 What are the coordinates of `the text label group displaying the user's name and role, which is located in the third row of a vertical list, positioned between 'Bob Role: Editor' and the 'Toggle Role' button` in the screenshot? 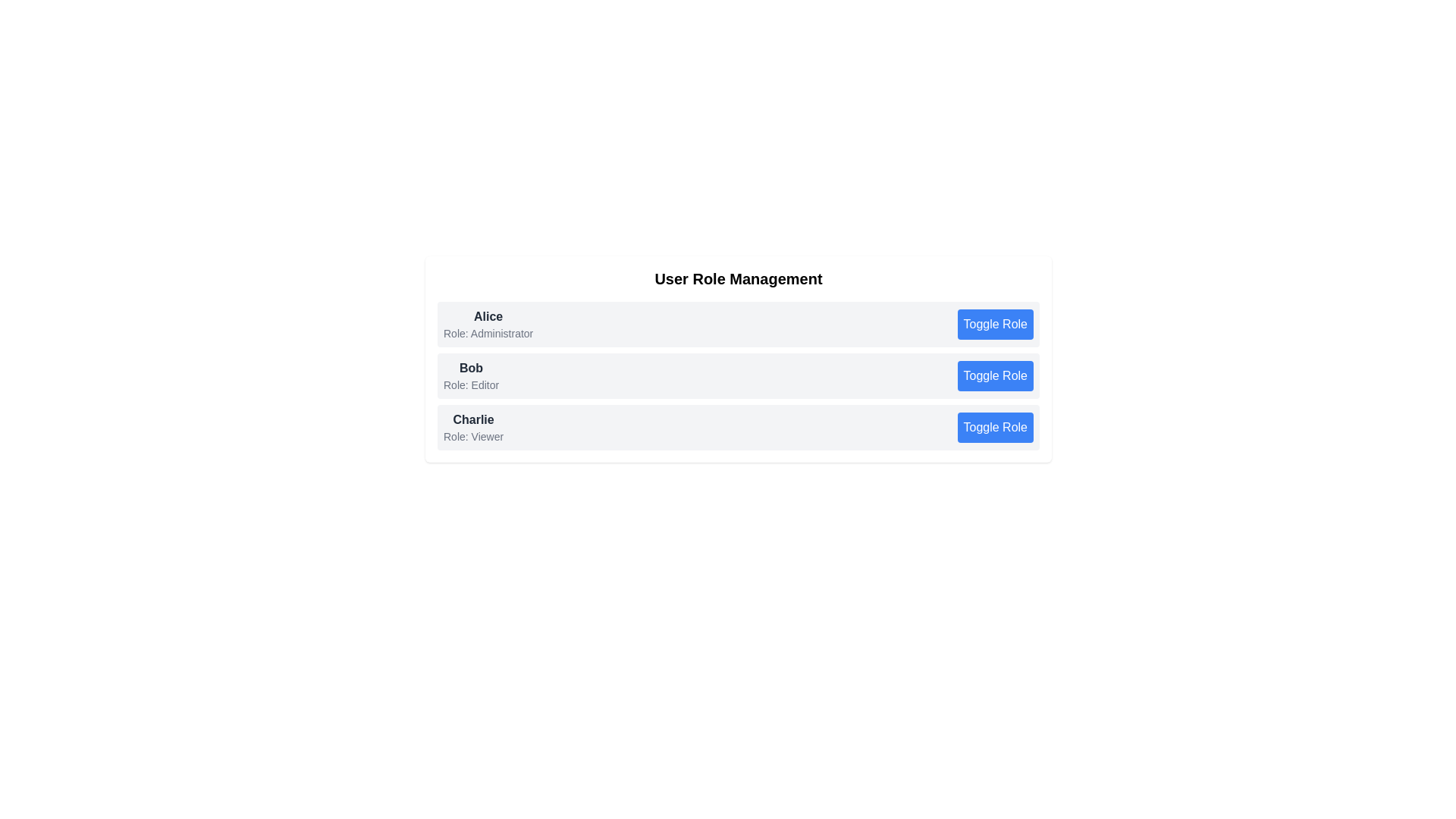 It's located at (472, 427).